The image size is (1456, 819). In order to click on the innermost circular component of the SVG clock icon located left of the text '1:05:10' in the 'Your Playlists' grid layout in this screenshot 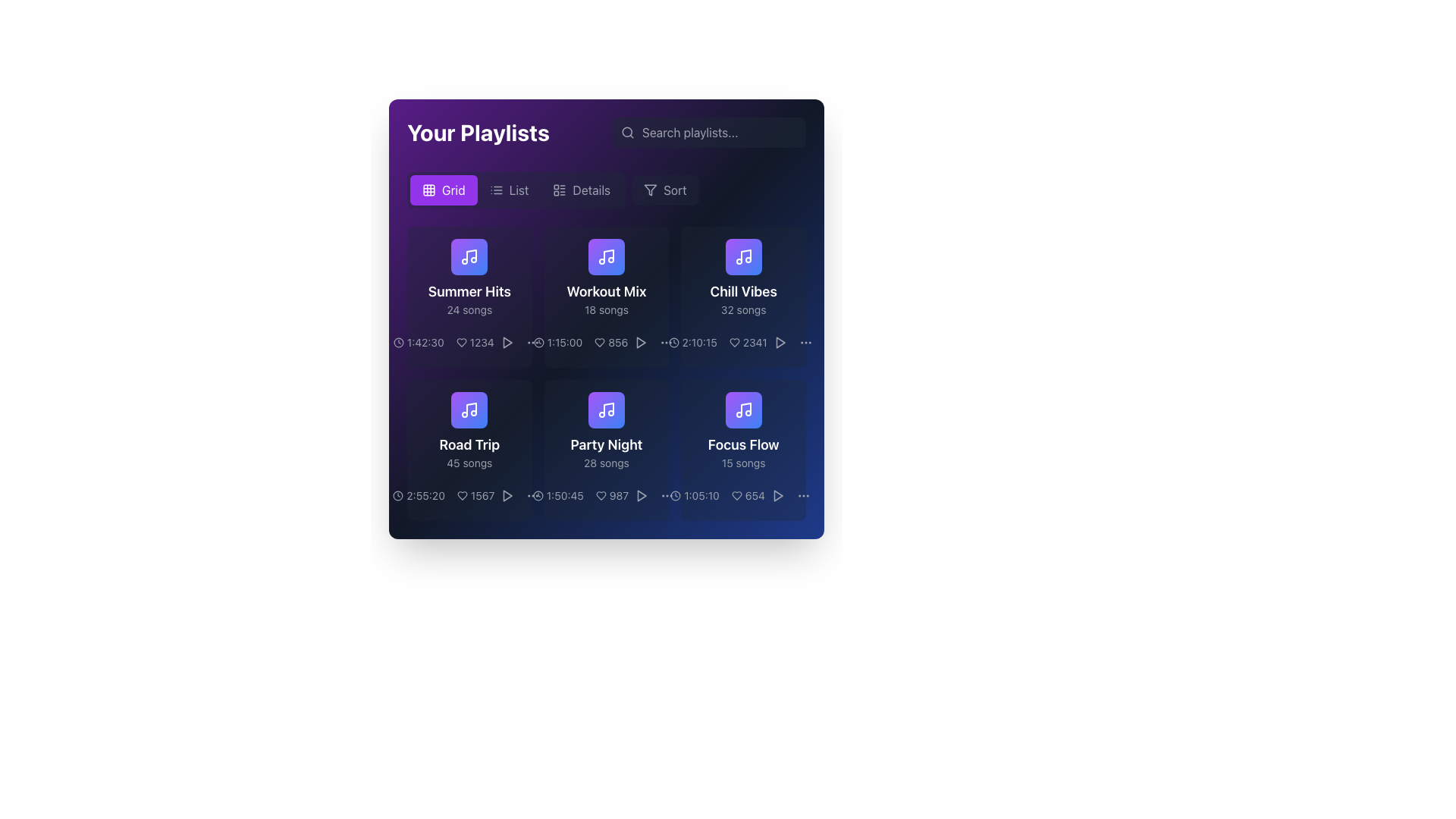, I will do `click(675, 496)`.